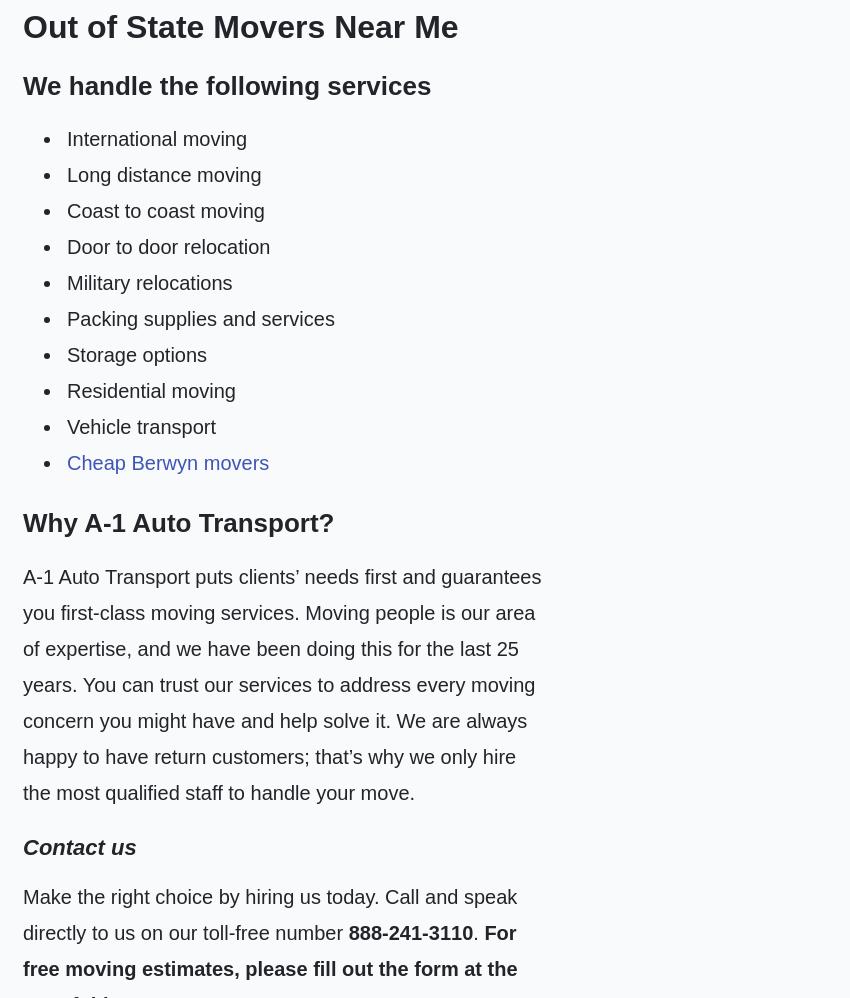 Image resolution: width=850 pixels, height=998 pixels. Describe the element at coordinates (137, 353) in the screenshot. I see `'Storage options'` at that location.